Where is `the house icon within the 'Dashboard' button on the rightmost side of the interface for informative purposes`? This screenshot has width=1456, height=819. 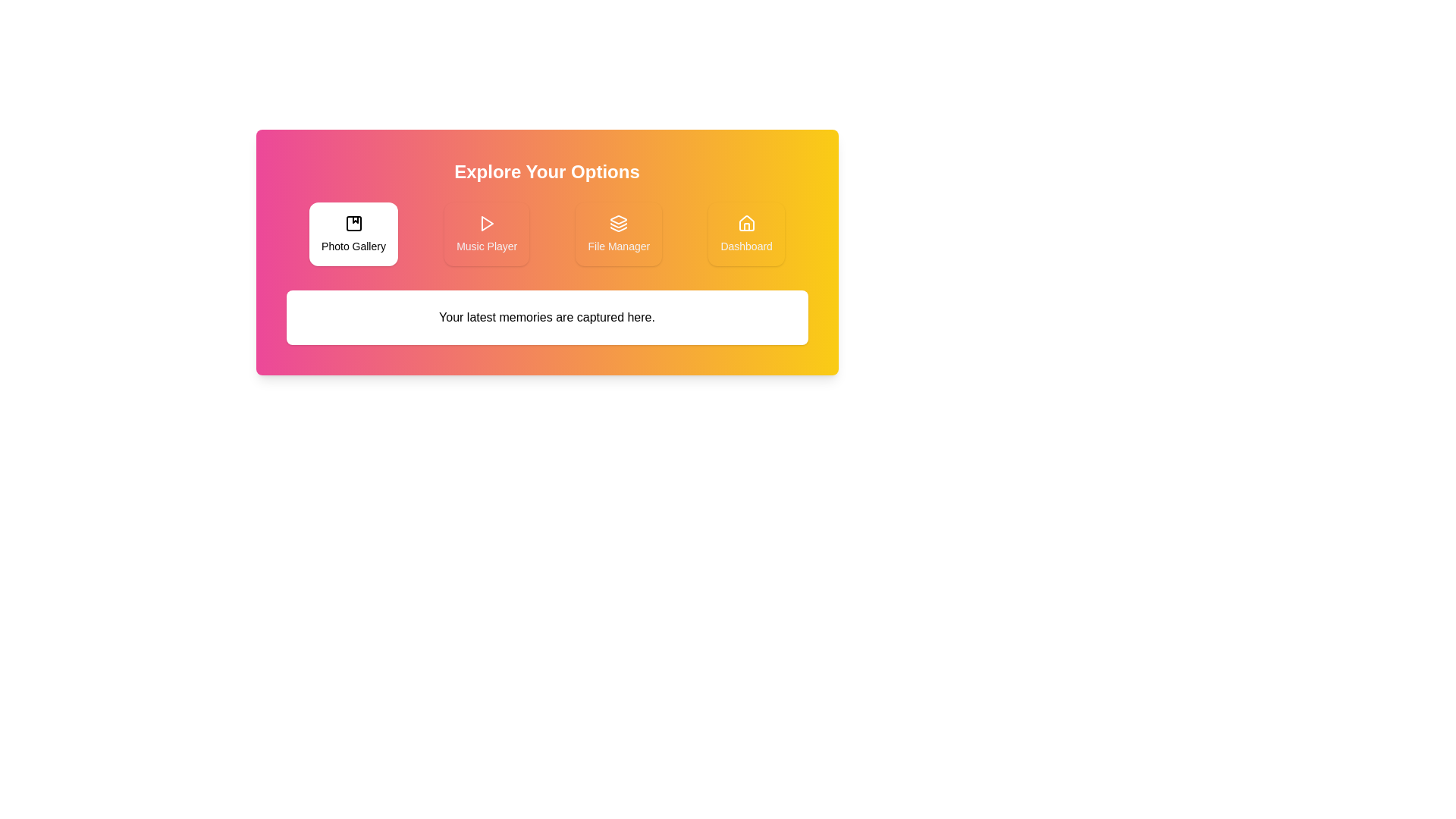
the house icon within the 'Dashboard' button on the rightmost side of the interface for informative purposes is located at coordinates (746, 223).